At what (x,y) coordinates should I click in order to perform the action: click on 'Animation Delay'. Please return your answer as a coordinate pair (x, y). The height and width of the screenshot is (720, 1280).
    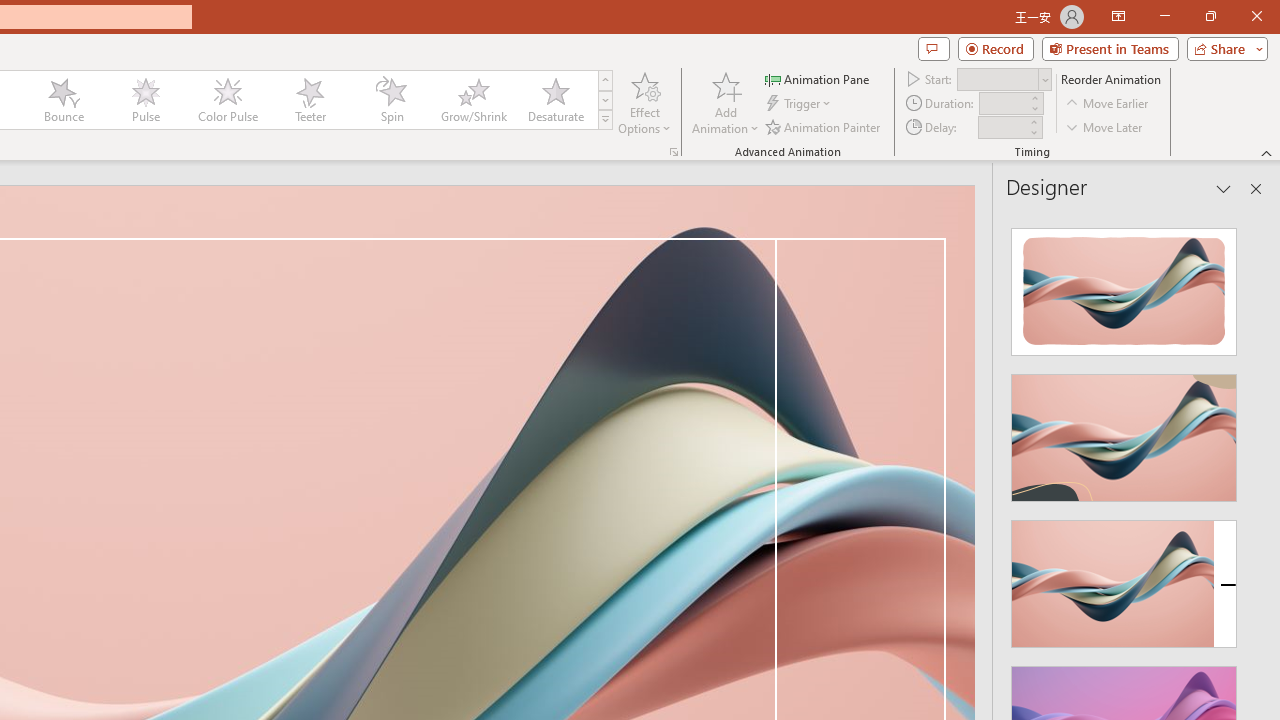
    Looking at the image, I should click on (1002, 127).